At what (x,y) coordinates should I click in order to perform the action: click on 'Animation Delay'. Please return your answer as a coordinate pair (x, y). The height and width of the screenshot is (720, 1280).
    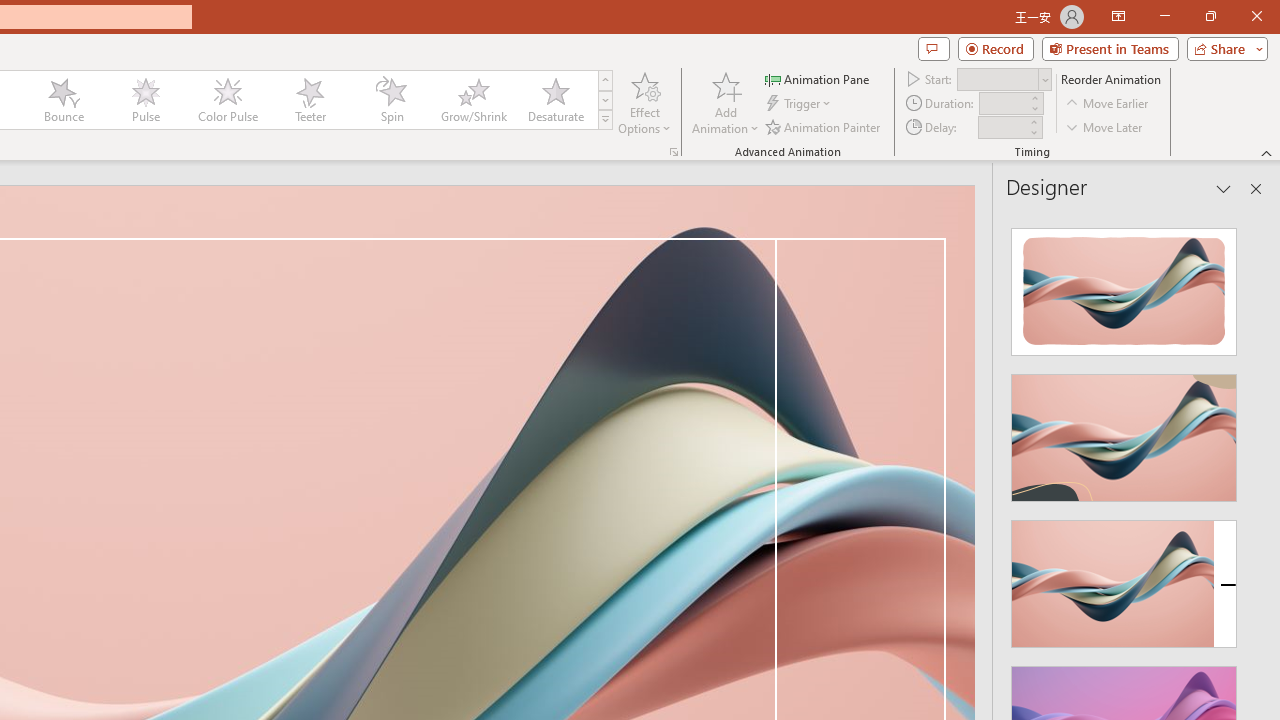
    Looking at the image, I should click on (1002, 127).